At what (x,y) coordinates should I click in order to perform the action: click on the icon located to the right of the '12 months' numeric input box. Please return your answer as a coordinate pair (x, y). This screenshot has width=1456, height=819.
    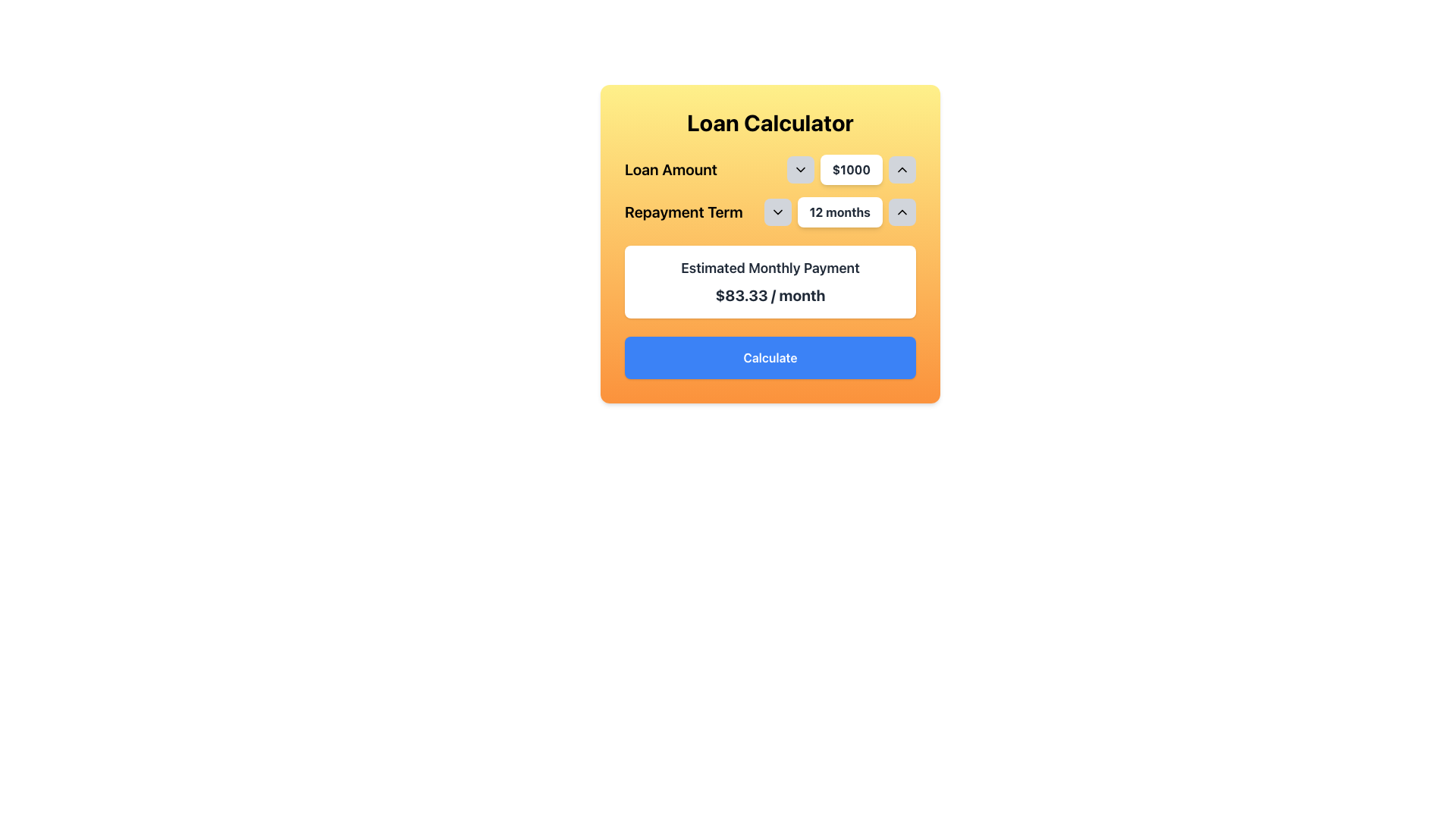
    Looking at the image, I should click on (777, 212).